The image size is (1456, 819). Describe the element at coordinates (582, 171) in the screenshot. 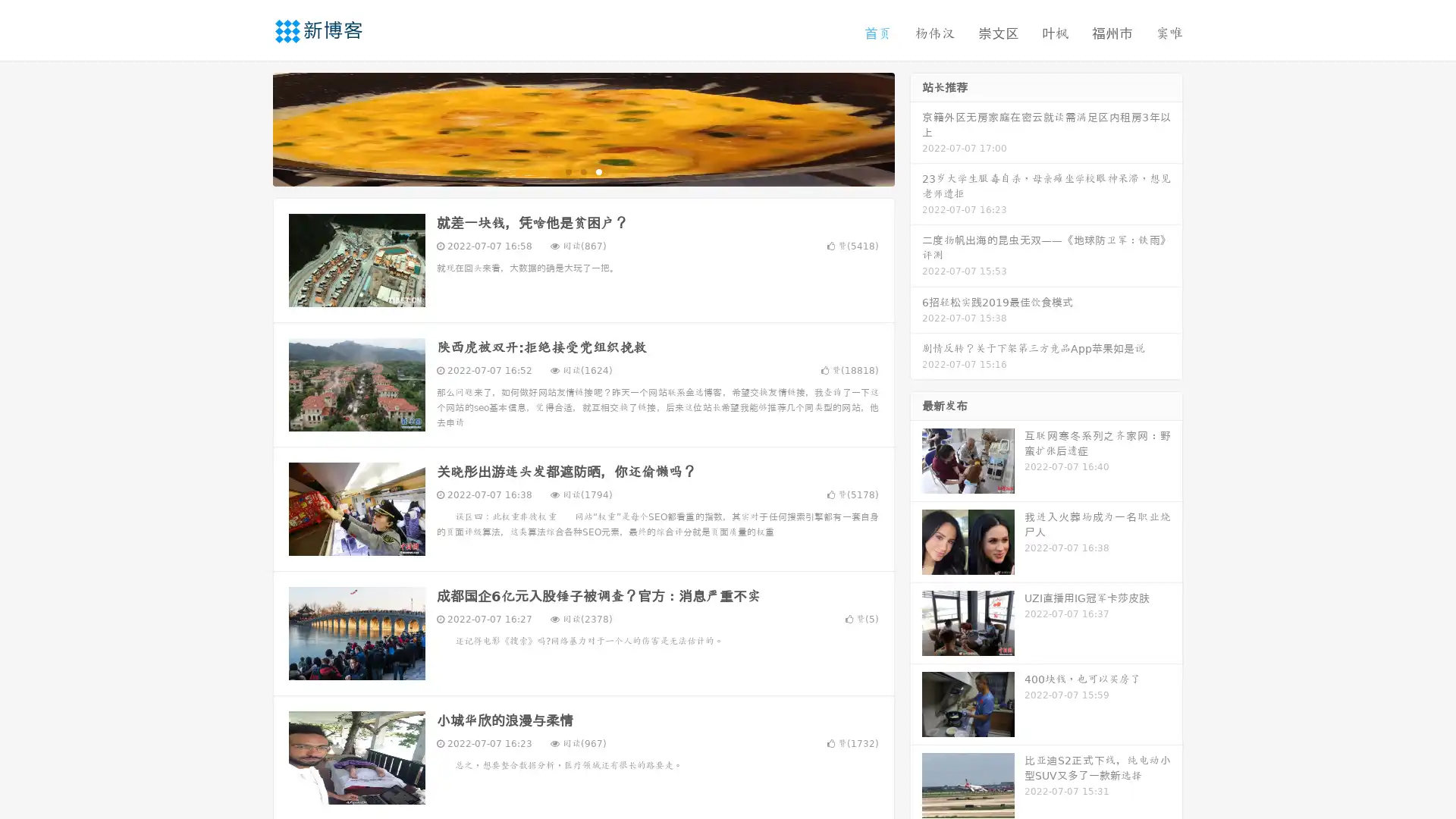

I see `Go to slide 2` at that location.